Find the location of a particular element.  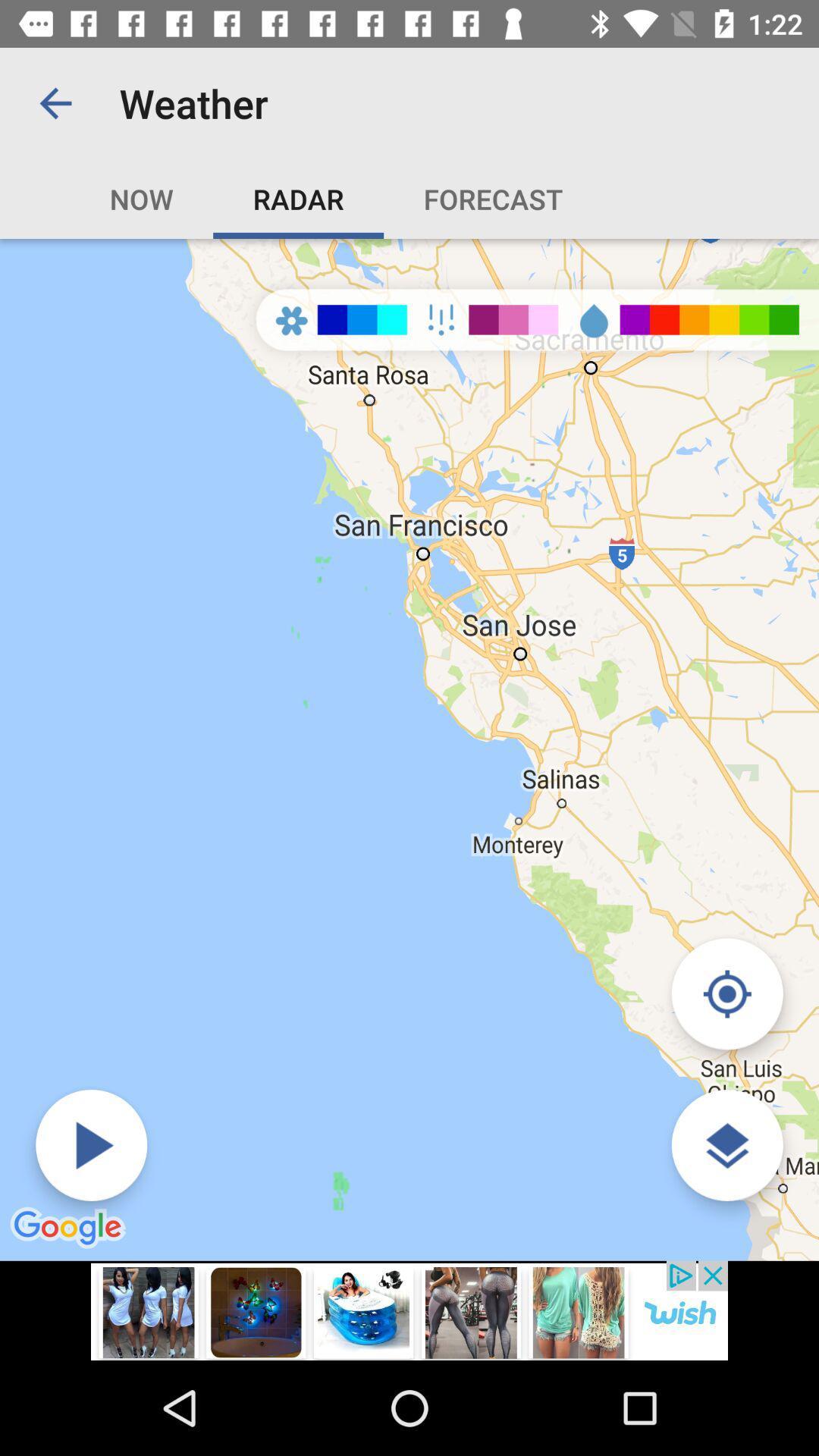

change view to 2d or 3d is located at coordinates (726, 1145).